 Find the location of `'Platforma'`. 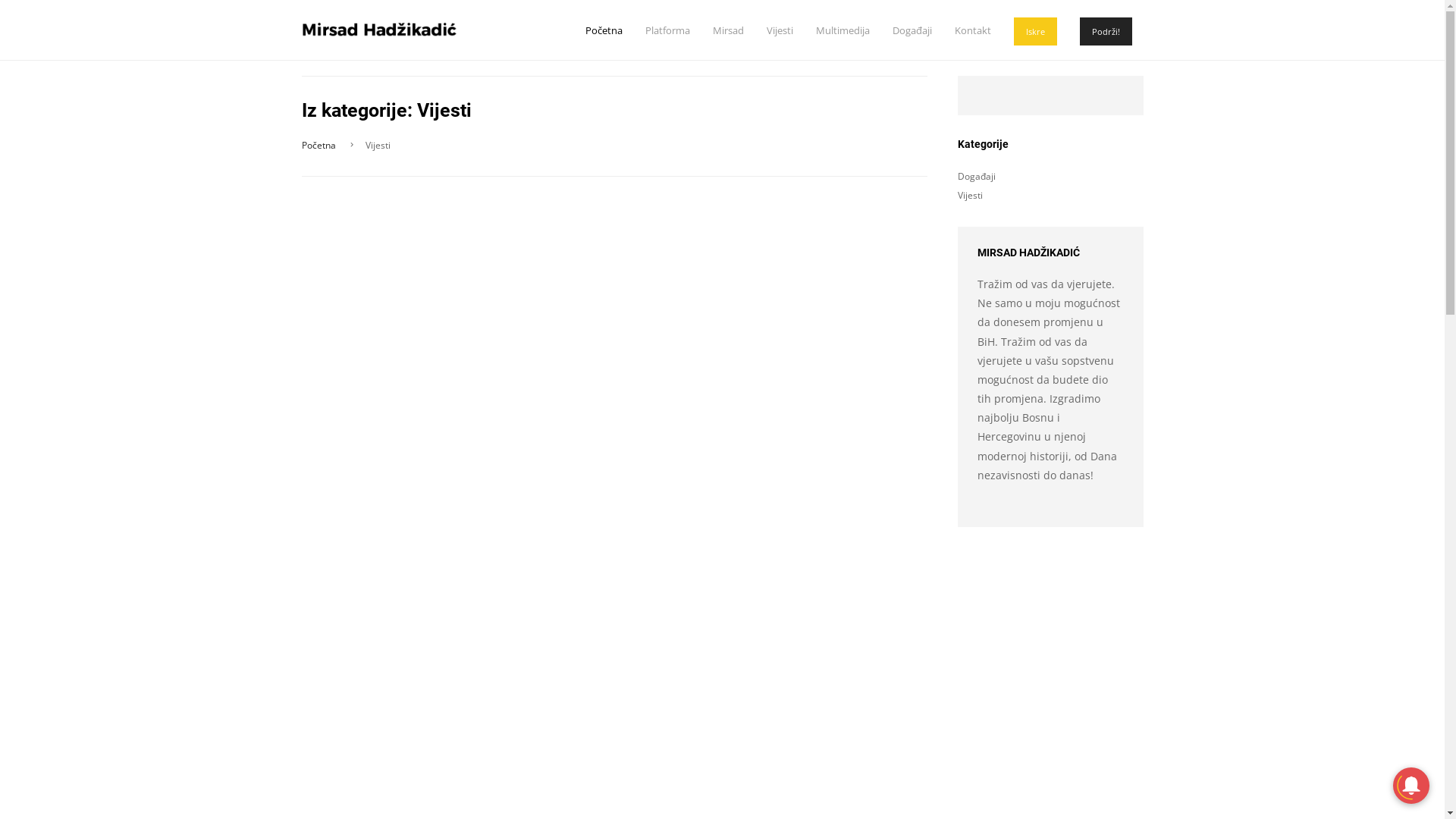

'Platforma' is located at coordinates (667, 30).